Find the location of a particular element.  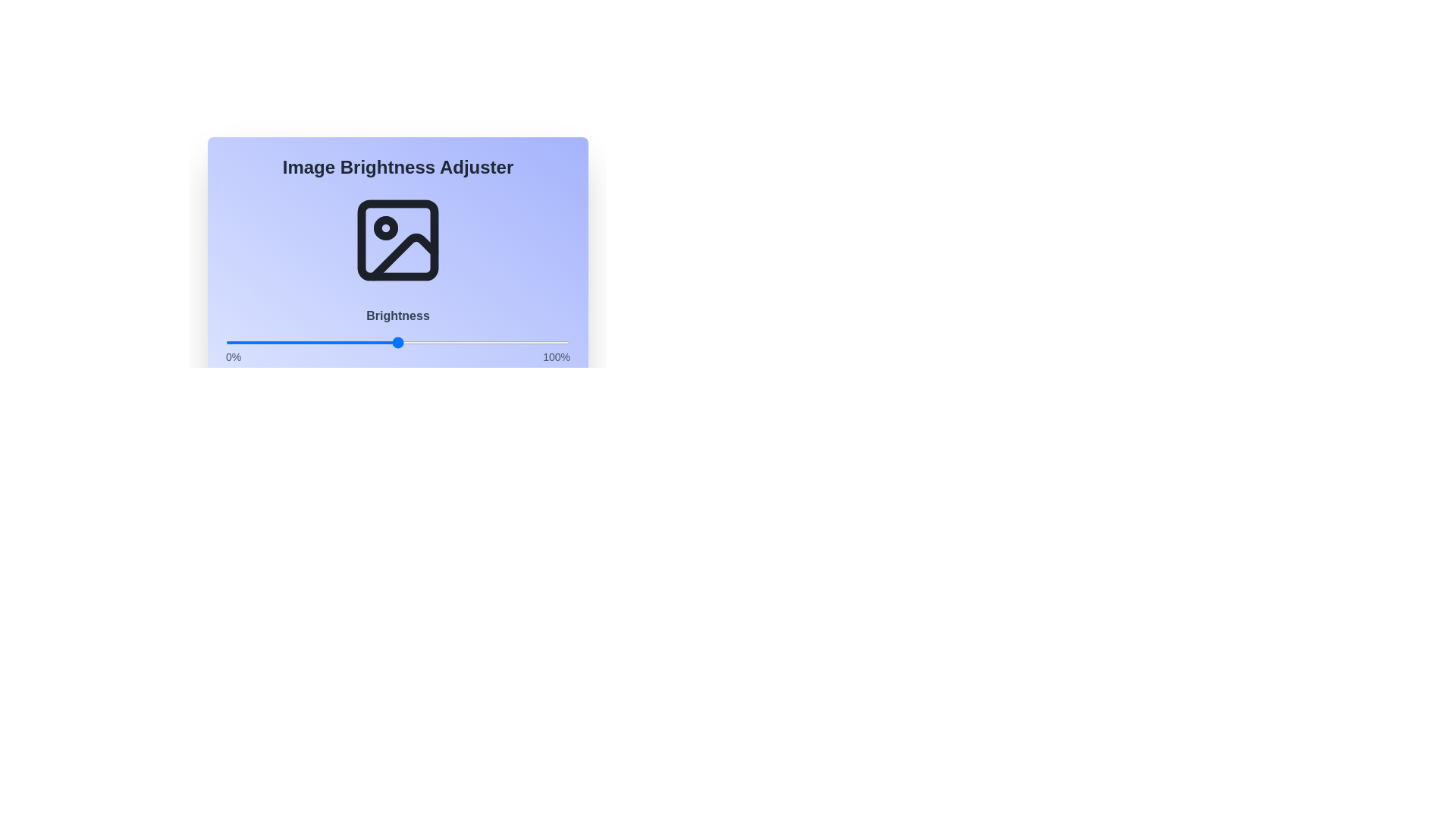

the brightness slider to 31% is located at coordinates (331, 342).